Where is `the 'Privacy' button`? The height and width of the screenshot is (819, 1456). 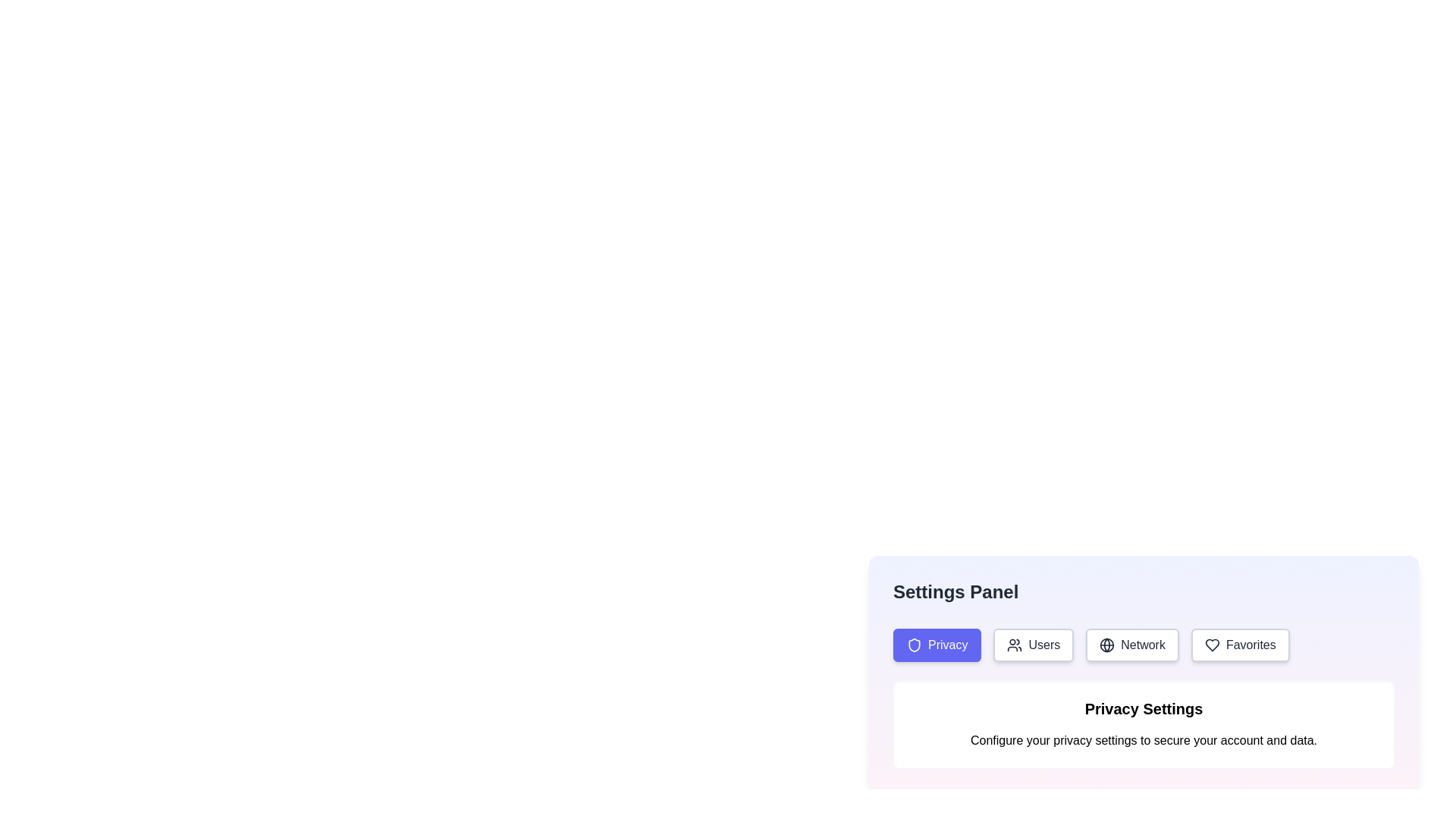 the 'Privacy' button is located at coordinates (937, 645).